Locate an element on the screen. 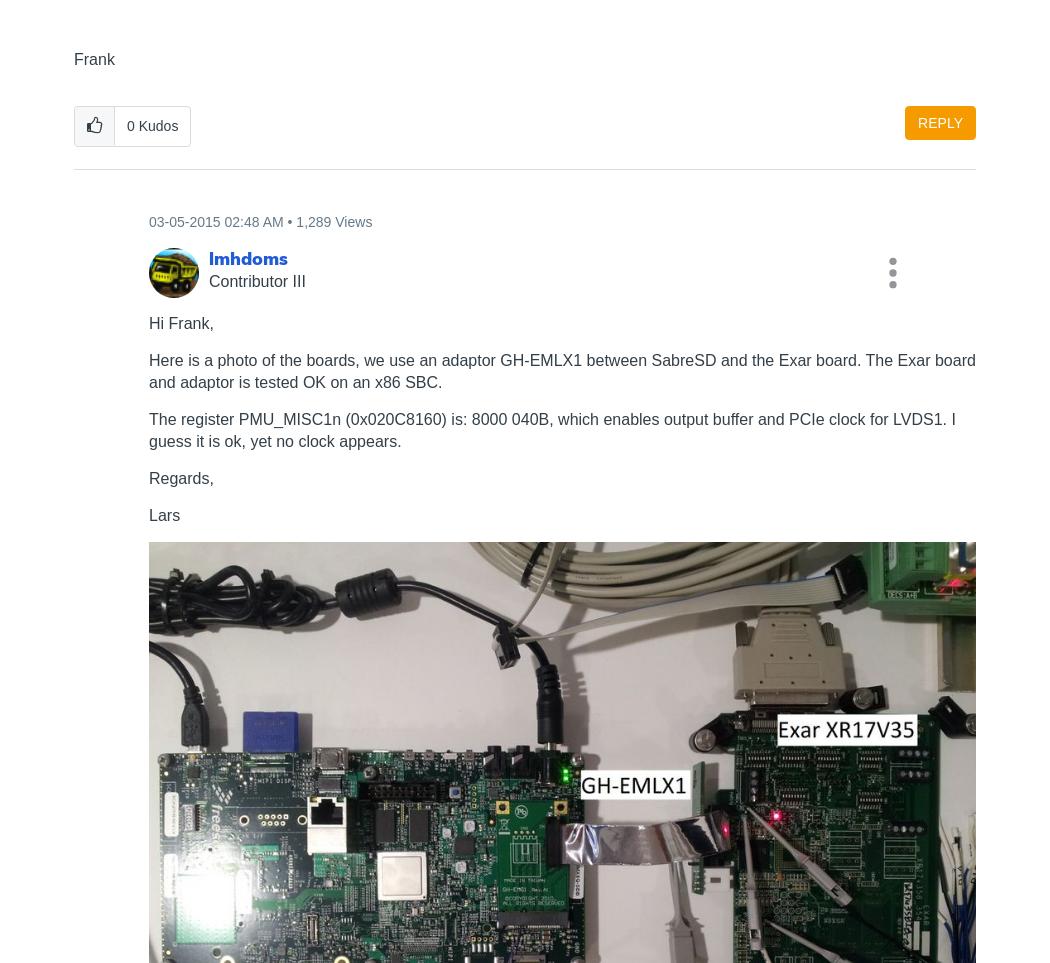 The width and height of the screenshot is (1050, 963). 'Frank' is located at coordinates (73, 58).